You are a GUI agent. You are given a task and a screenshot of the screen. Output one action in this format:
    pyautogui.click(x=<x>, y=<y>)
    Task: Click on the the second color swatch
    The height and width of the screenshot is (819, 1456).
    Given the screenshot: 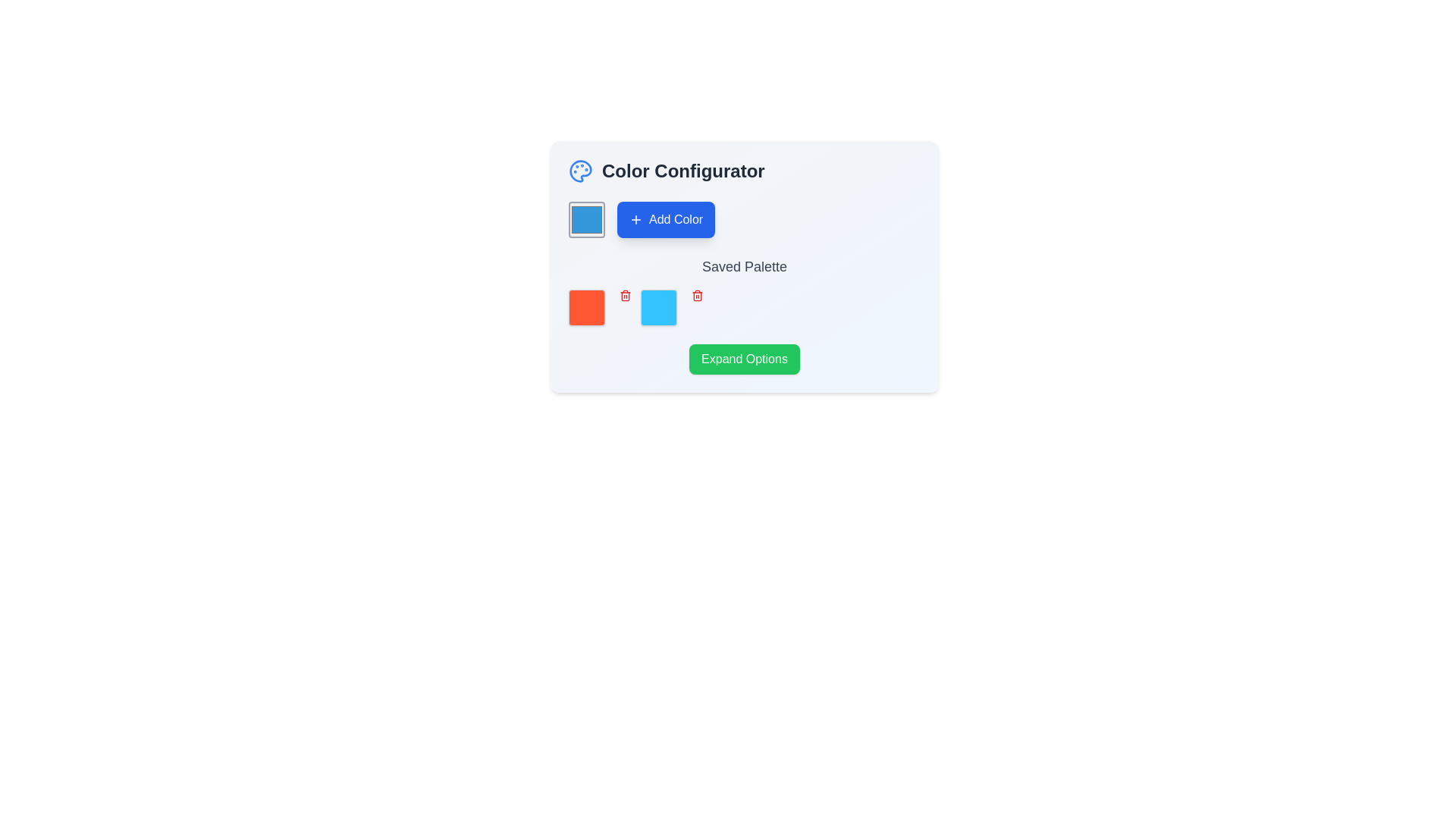 What is the action you would take?
    pyautogui.click(x=671, y=307)
    